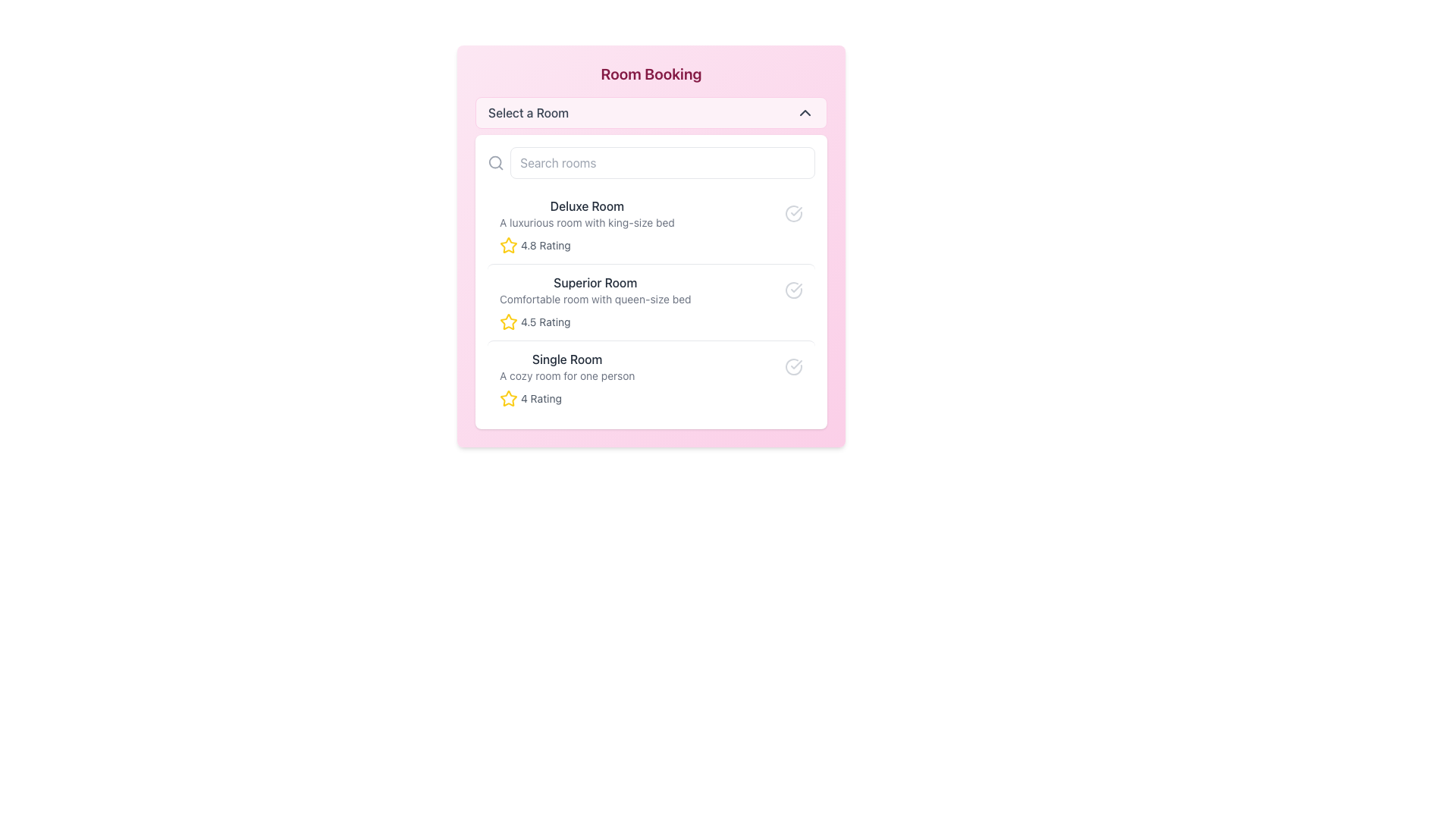 The height and width of the screenshot is (819, 1456). I want to click on the circular confirmation icon with a checkmark located in the 'Superior Room' section, positioned to the far right of the section's title and description text, so click(792, 290).